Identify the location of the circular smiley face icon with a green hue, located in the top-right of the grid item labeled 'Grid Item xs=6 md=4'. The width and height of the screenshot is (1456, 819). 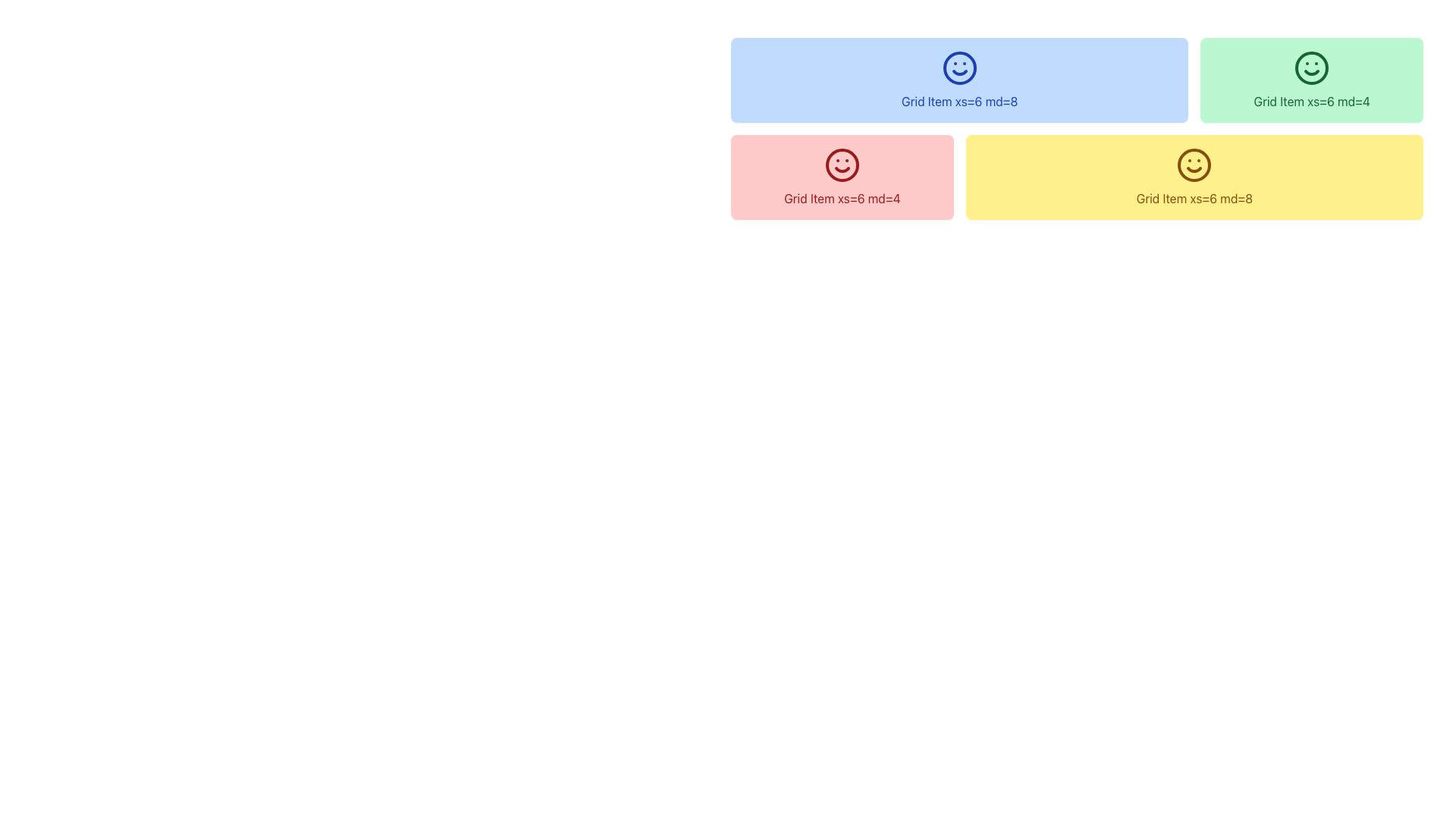
(1311, 67).